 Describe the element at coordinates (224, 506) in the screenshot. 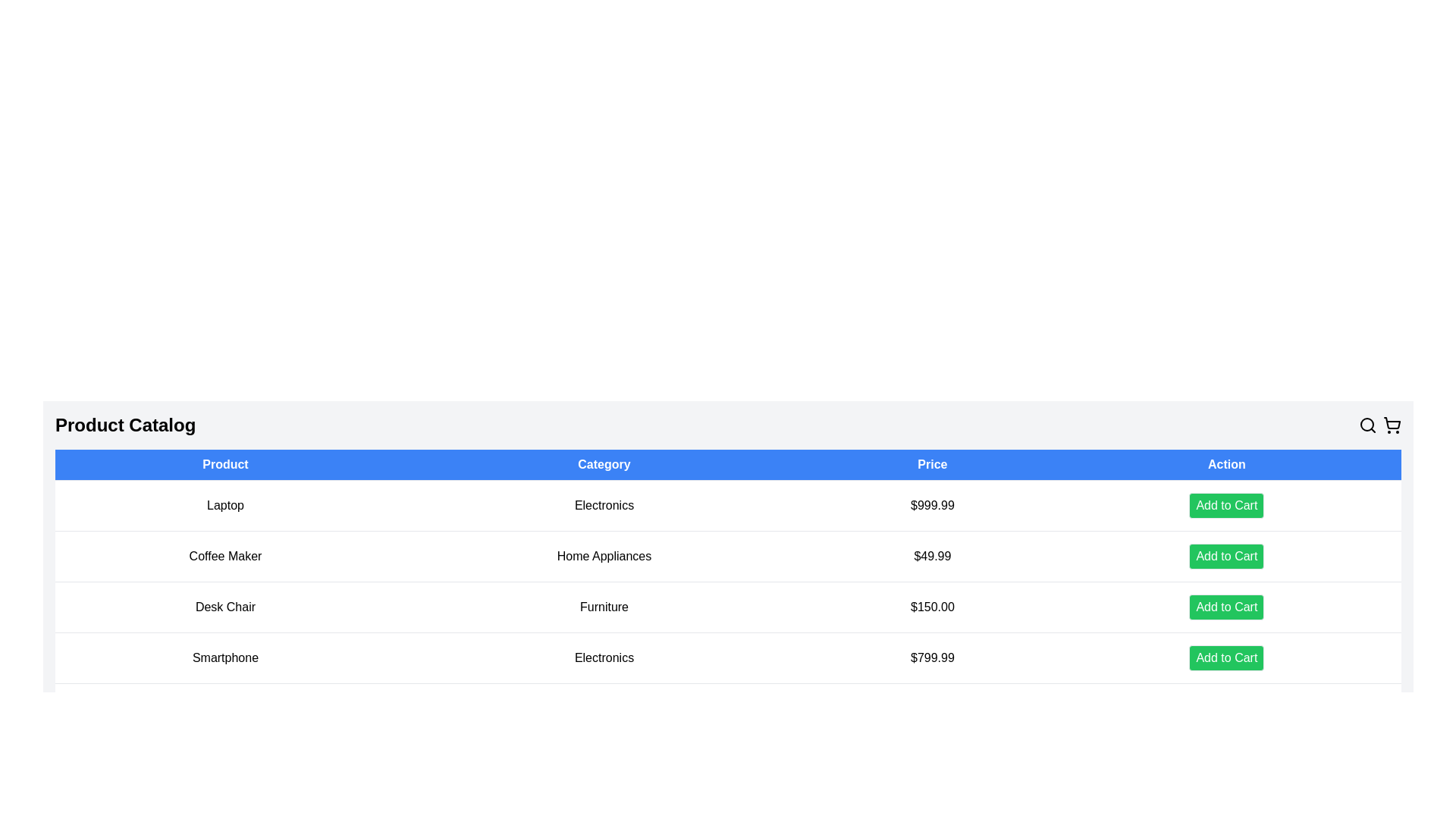

I see `the text label displaying 'Laptop' located under the 'Product' column in the first row of the table` at that location.